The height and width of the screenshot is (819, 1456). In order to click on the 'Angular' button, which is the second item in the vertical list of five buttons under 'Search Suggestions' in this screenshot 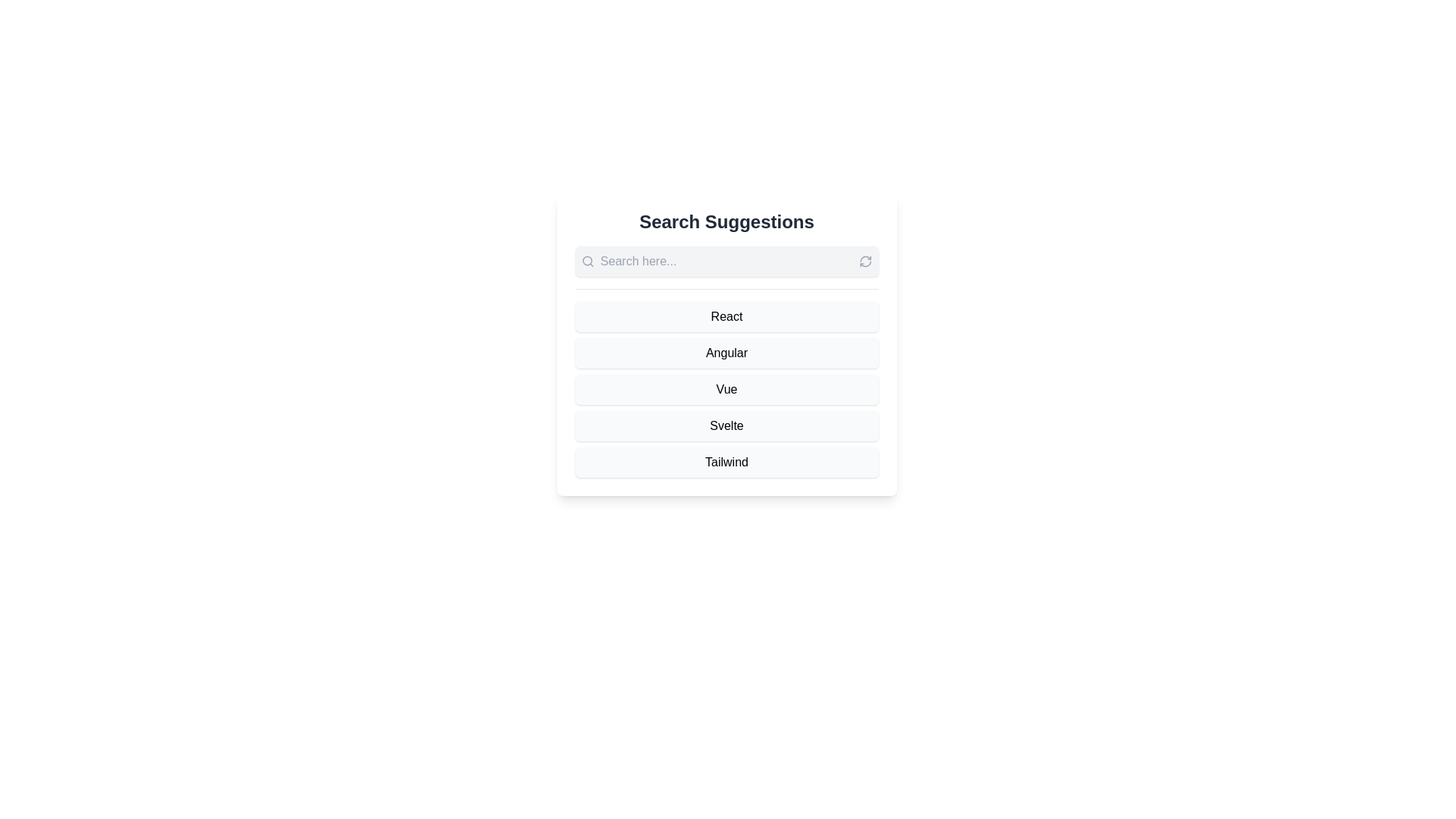, I will do `click(726, 353)`.